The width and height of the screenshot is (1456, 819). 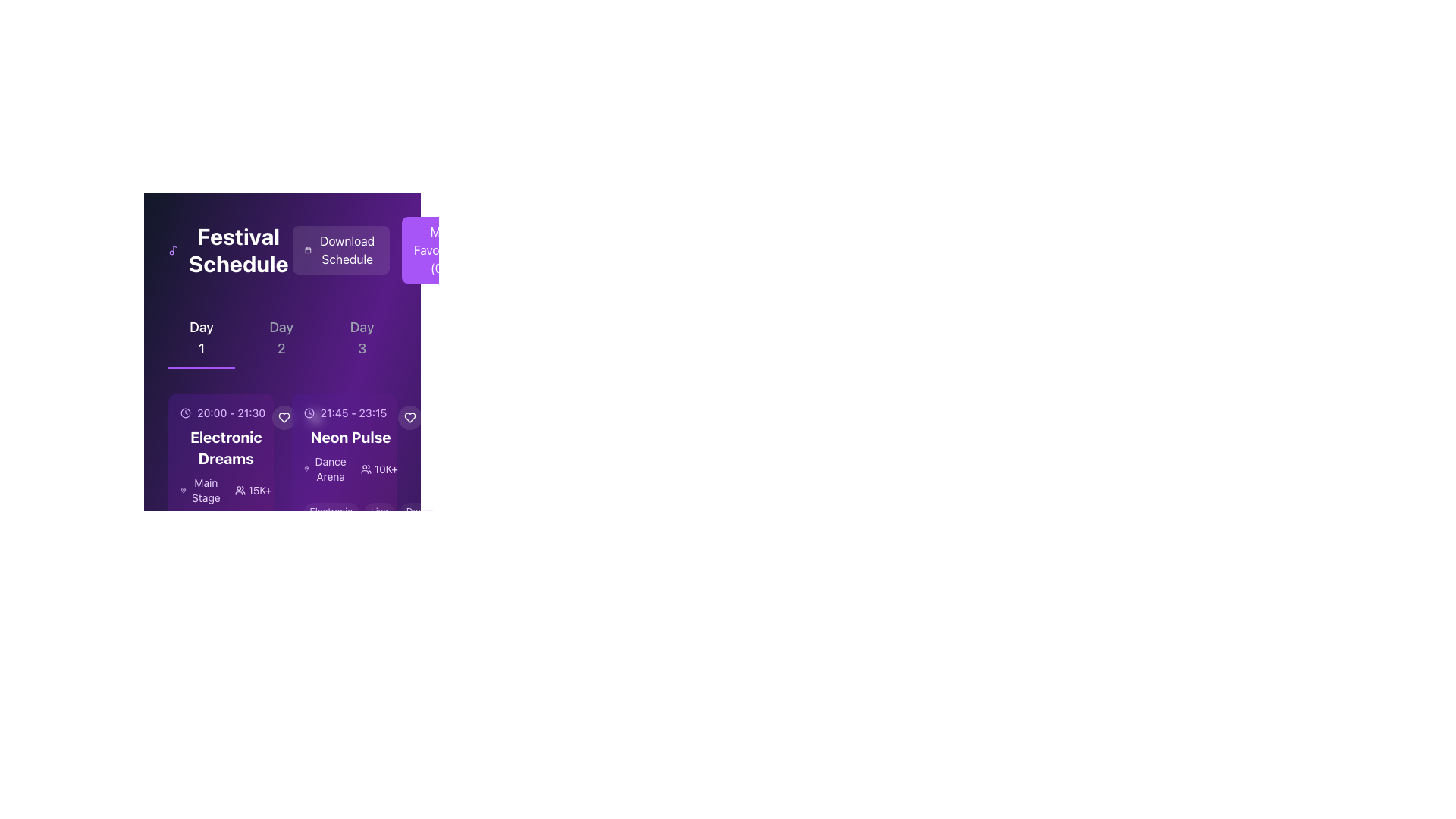 I want to click on the 'Dance Arena' text label, which is styled with a purple color scheme and is the first text component in the 'Neon Pulse' section of event scheduling, so click(x=325, y=468).